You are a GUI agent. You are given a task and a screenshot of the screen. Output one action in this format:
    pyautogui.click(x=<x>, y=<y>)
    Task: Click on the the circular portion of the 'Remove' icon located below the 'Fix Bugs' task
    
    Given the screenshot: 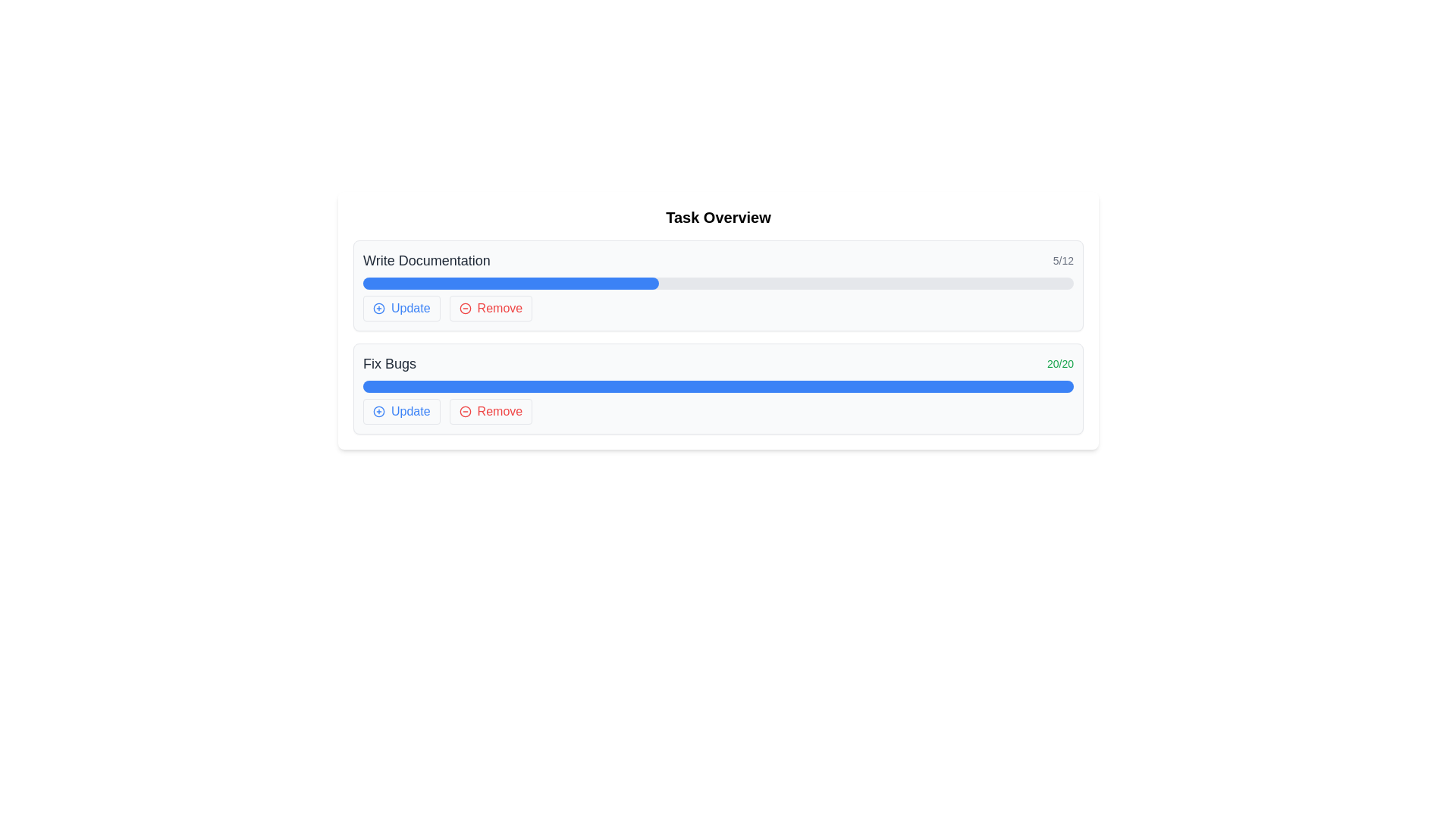 What is the action you would take?
    pyautogui.click(x=464, y=412)
    